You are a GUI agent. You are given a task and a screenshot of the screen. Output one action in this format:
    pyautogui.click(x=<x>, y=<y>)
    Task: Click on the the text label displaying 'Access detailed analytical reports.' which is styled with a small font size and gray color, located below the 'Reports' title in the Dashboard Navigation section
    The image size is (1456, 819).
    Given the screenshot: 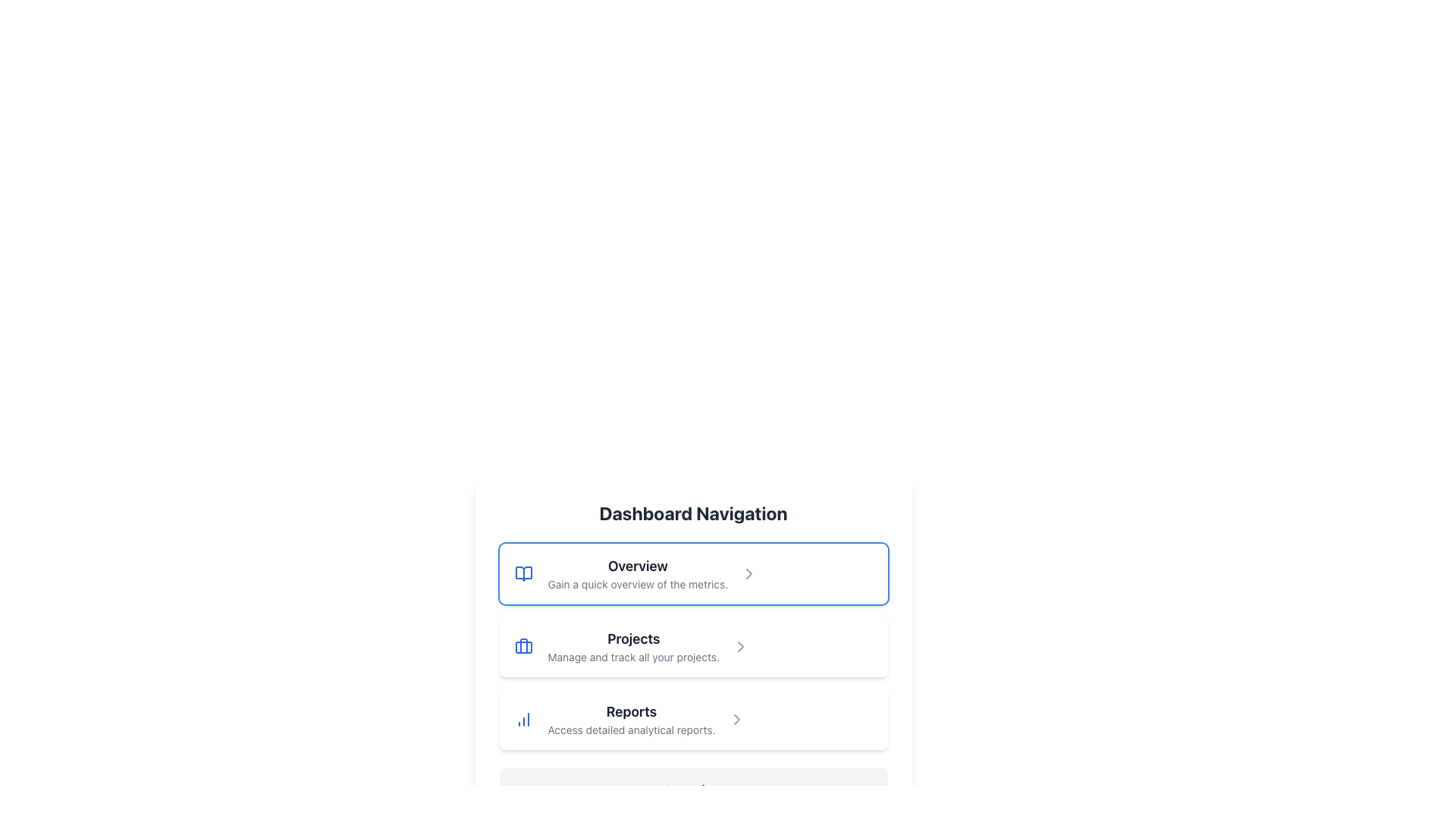 What is the action you would take?
    pyautogui.click(x=632, y=730)
    